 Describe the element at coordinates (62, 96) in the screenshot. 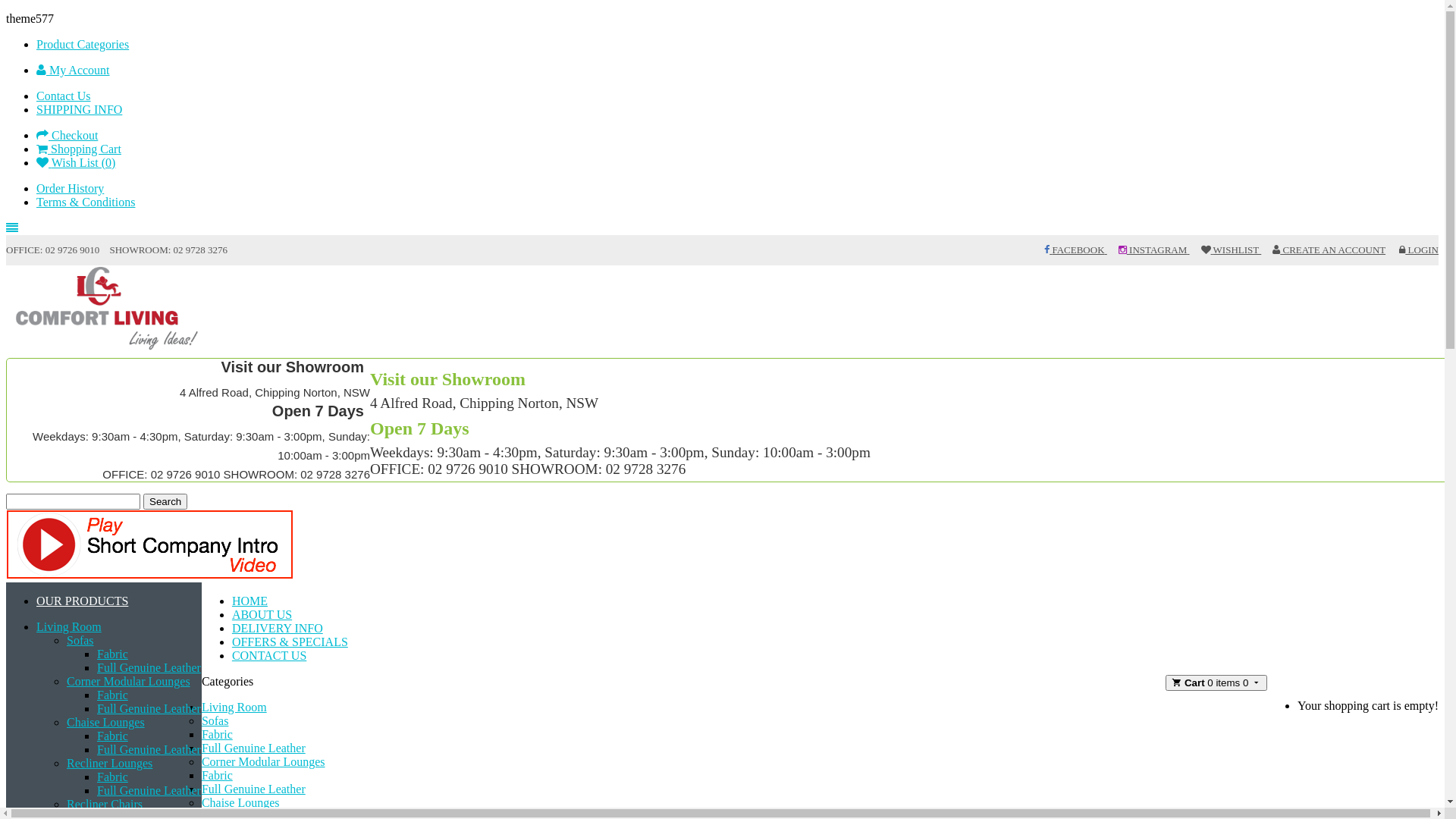

I see `'Contact Us'` at that location.